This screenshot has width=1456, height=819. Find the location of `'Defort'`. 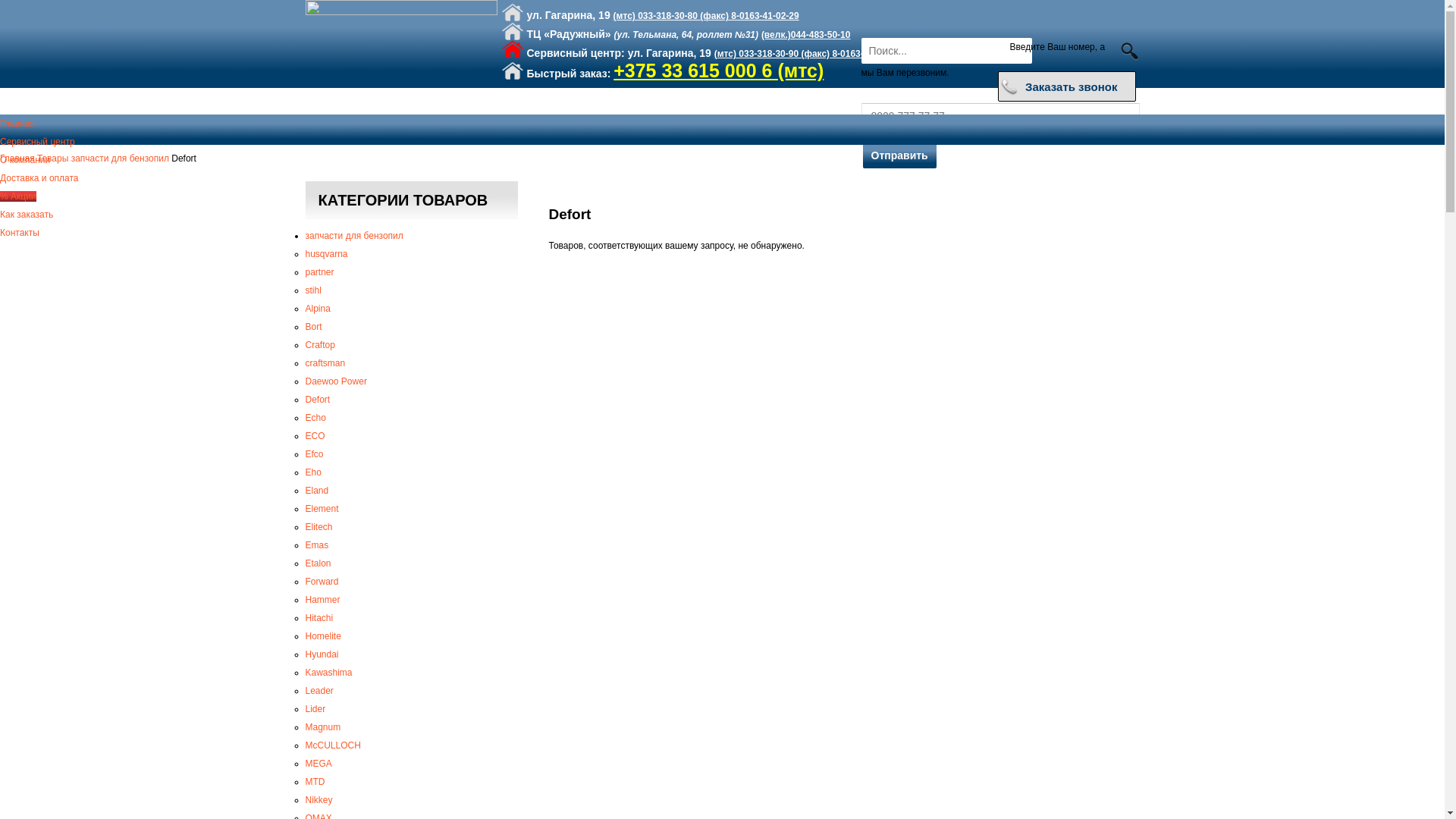

'Defort' is located at coordinates (316, 399).